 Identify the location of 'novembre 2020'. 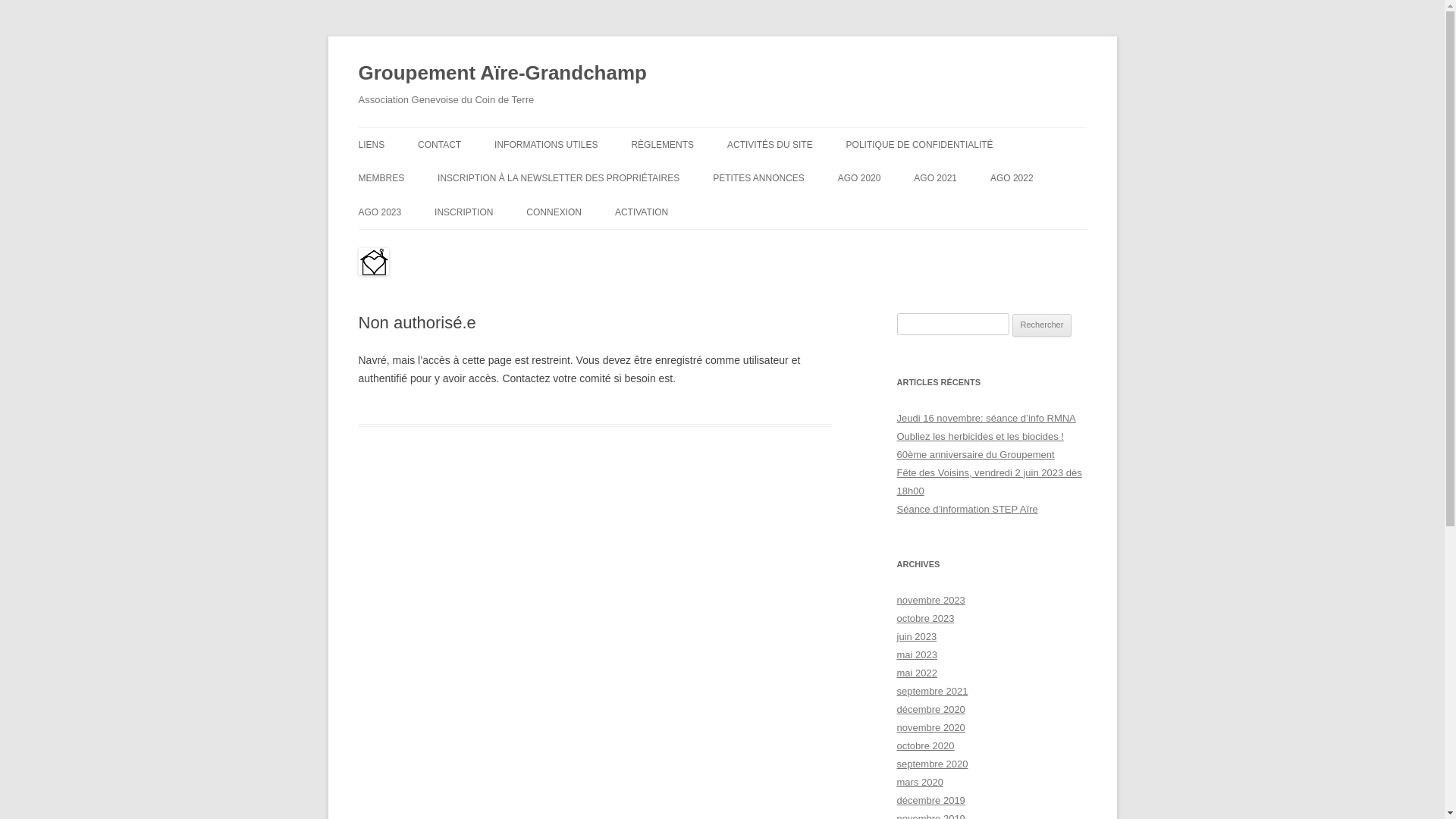
(896, 726).